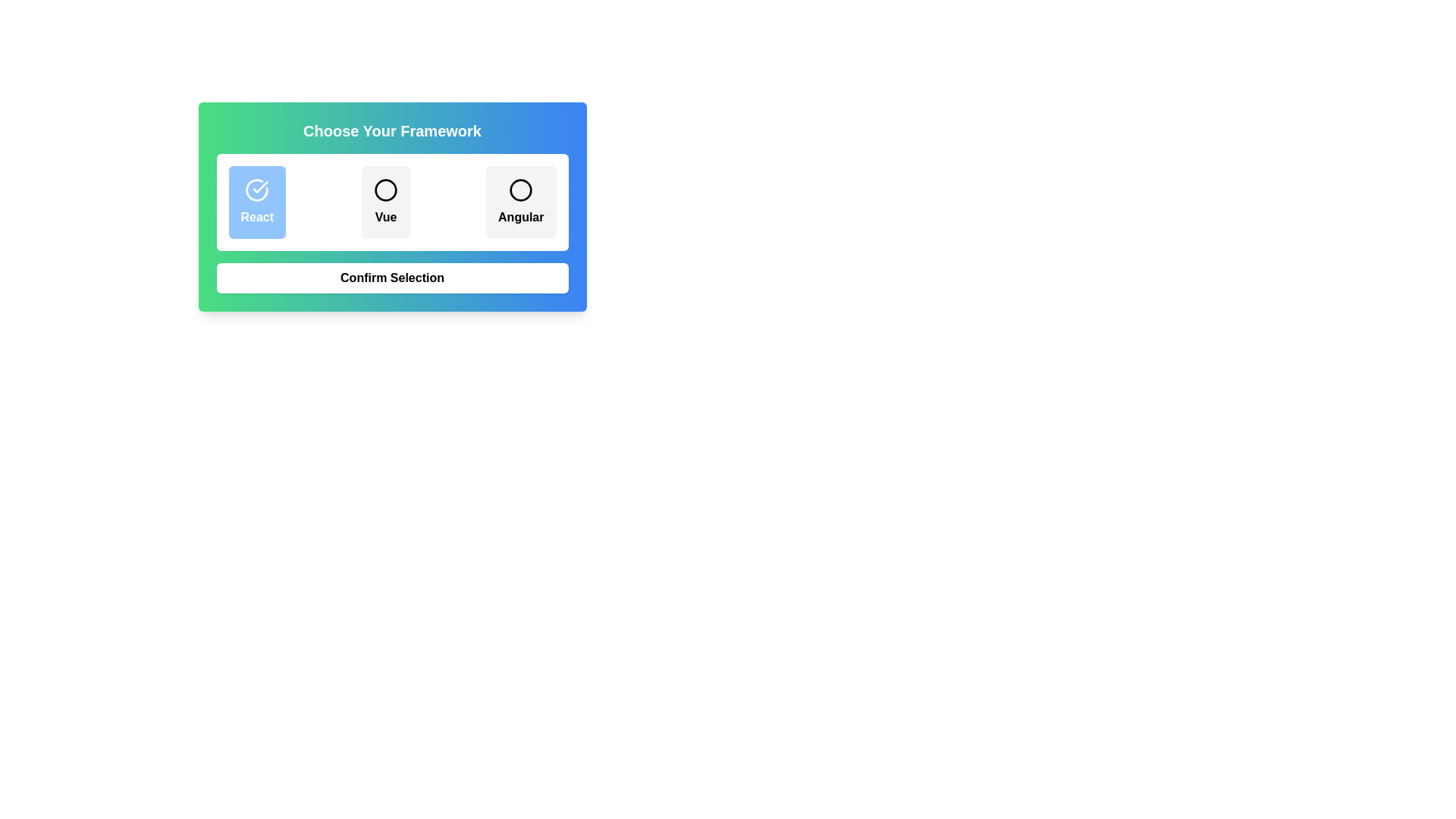 This screenshot has width=1456, height=819. I want to click on the 'Vue' icon which is centered above the text 'Vue' in the selection interface, located in the middle column of the options displayed, so click(385, 189).